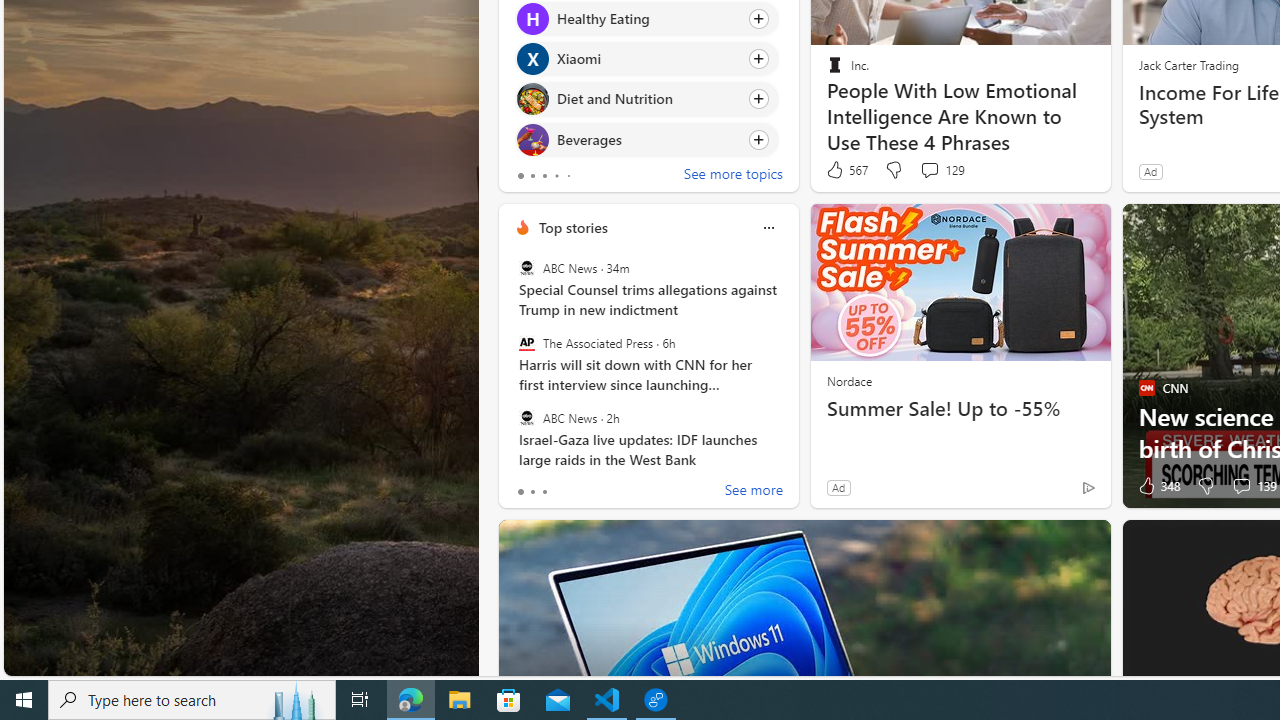 This screenshot has height=720, width=1280. What do you see at coordinates (928, 168) in the screenshot?
I see `'View comments 129 Comment'` at bounding box center [928, 168].